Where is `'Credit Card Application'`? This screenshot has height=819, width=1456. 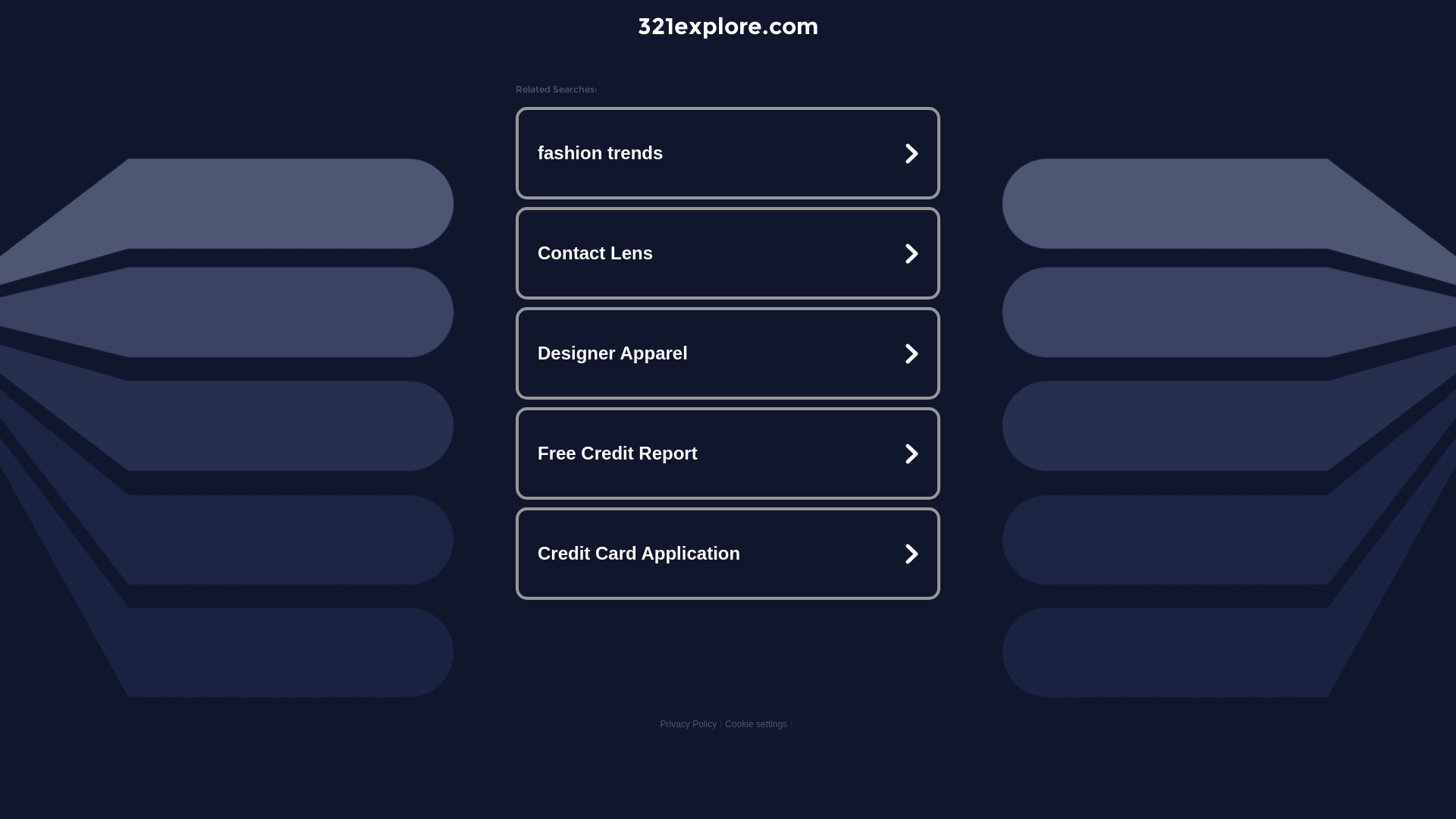
'Credit Card Application' is located at coordinates (728, 553).